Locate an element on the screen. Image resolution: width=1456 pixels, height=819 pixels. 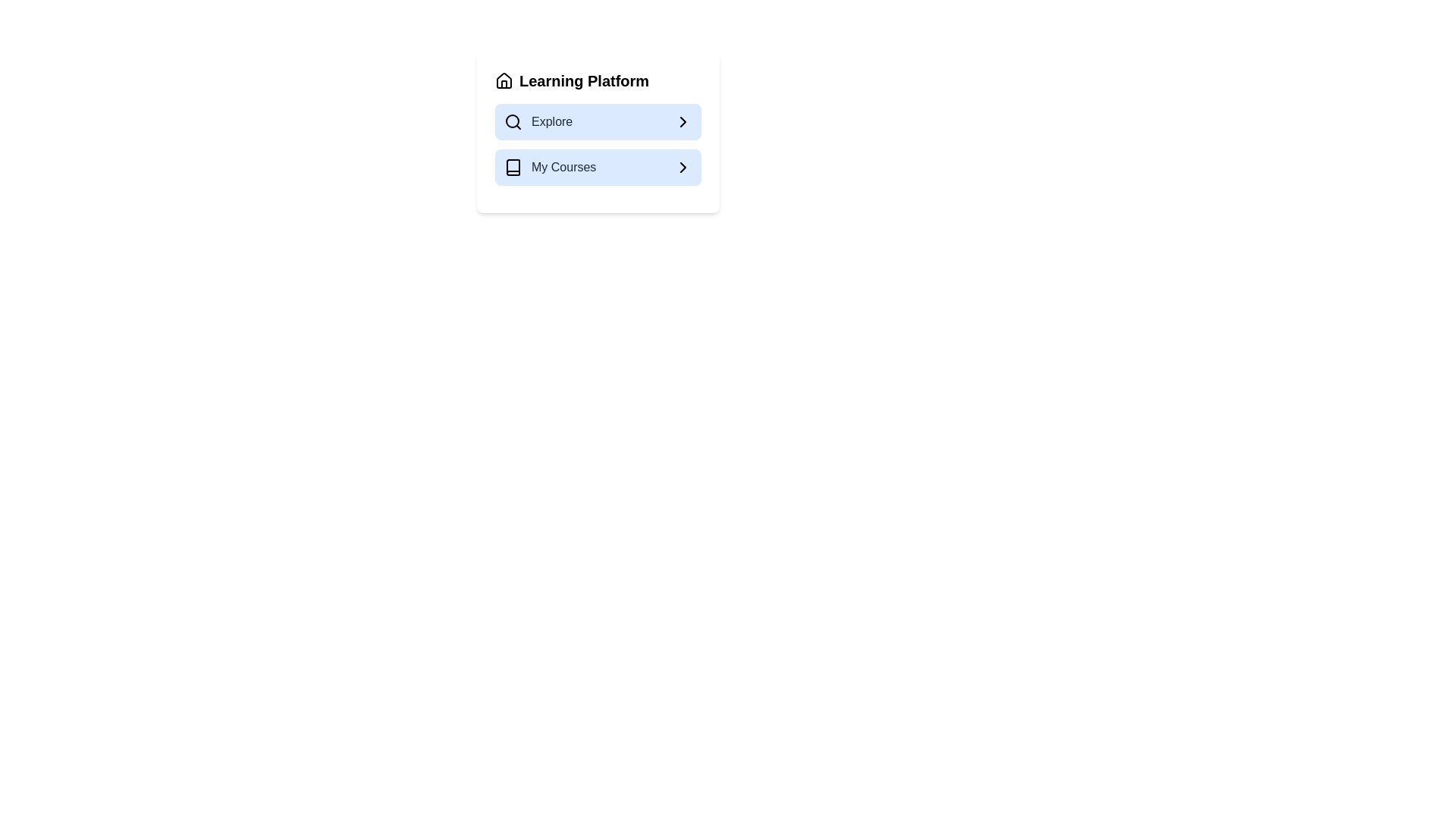
the clickable text element positioned to the right of the magnifying glass icon for navigation is located at coordinates (551, 121).